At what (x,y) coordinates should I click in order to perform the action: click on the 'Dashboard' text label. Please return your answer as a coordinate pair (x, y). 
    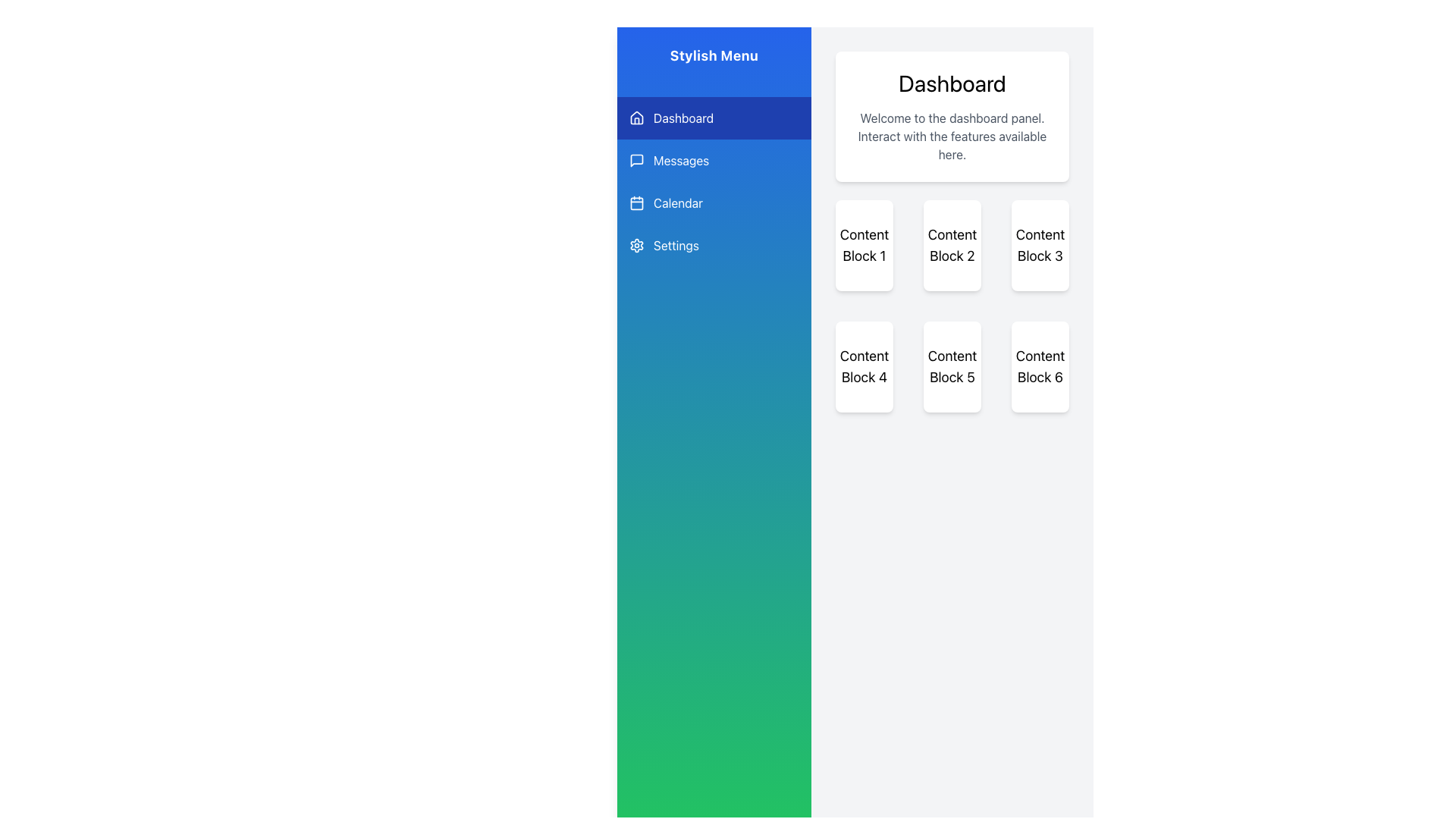
    Looking at the image, I should click on (952, 83).